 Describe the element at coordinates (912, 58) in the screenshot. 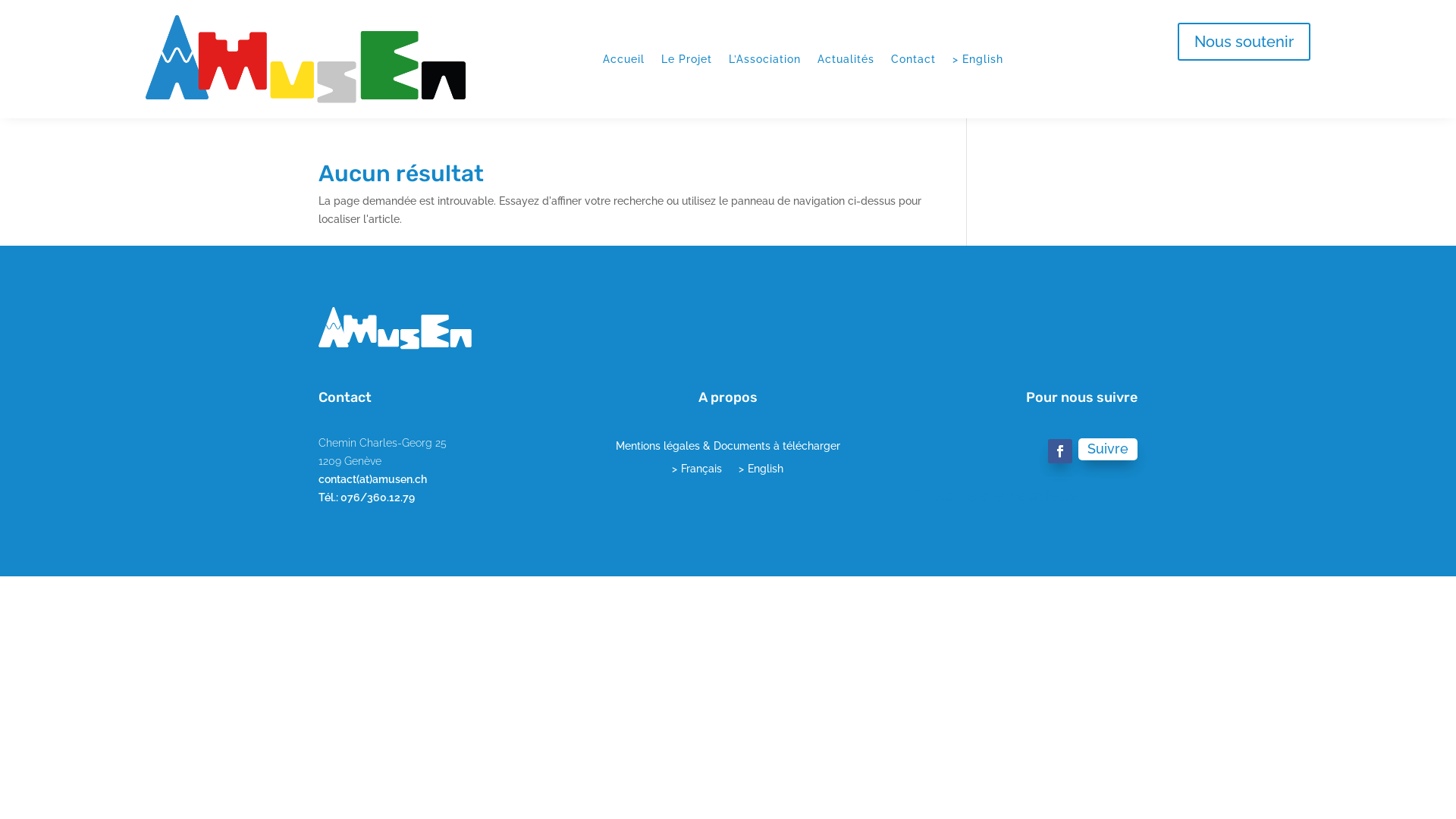

I see `'Contact'` at that location.